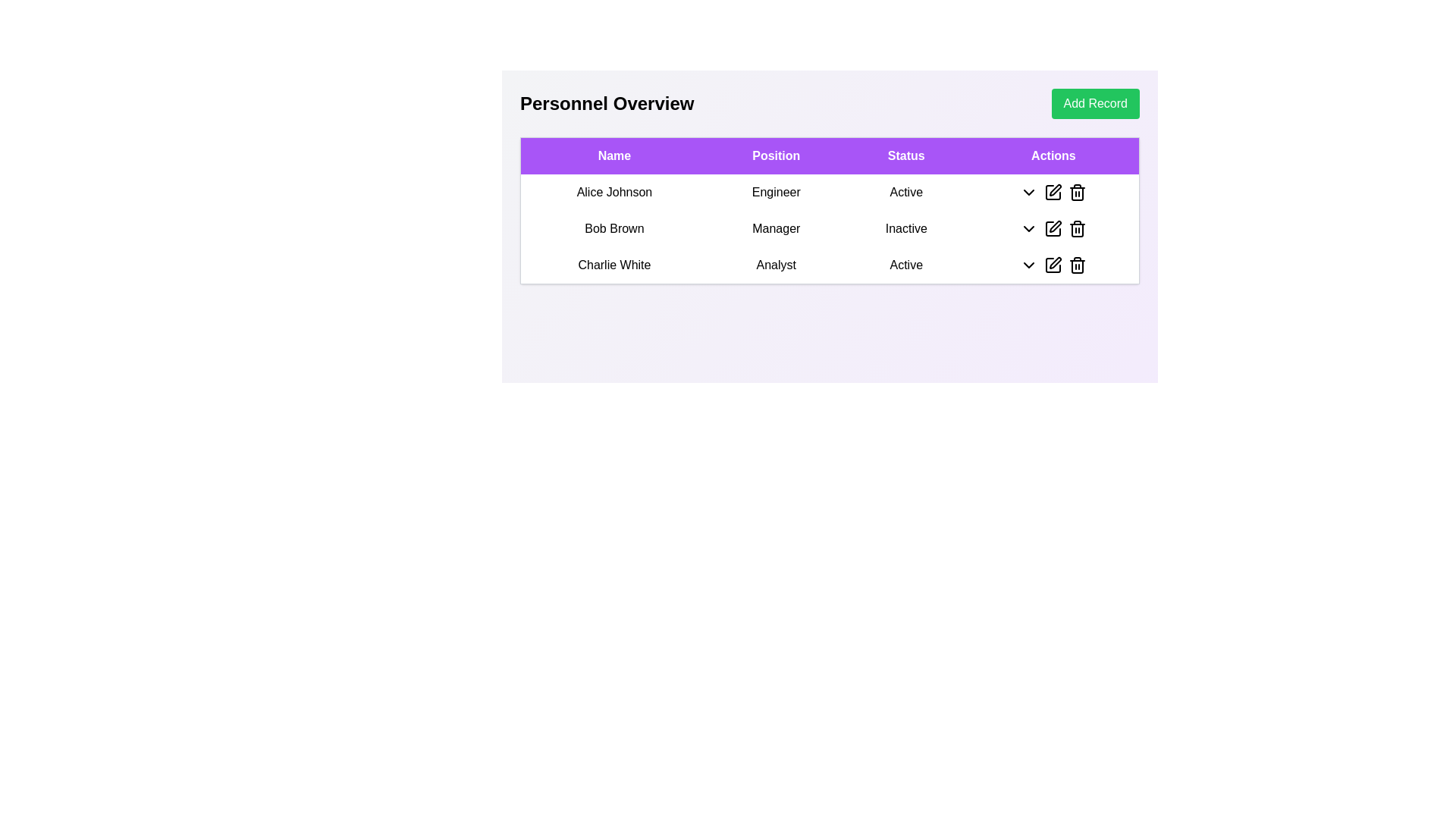  I want to click on an item in the personnel overview table to interact with it, so click(829, 217).